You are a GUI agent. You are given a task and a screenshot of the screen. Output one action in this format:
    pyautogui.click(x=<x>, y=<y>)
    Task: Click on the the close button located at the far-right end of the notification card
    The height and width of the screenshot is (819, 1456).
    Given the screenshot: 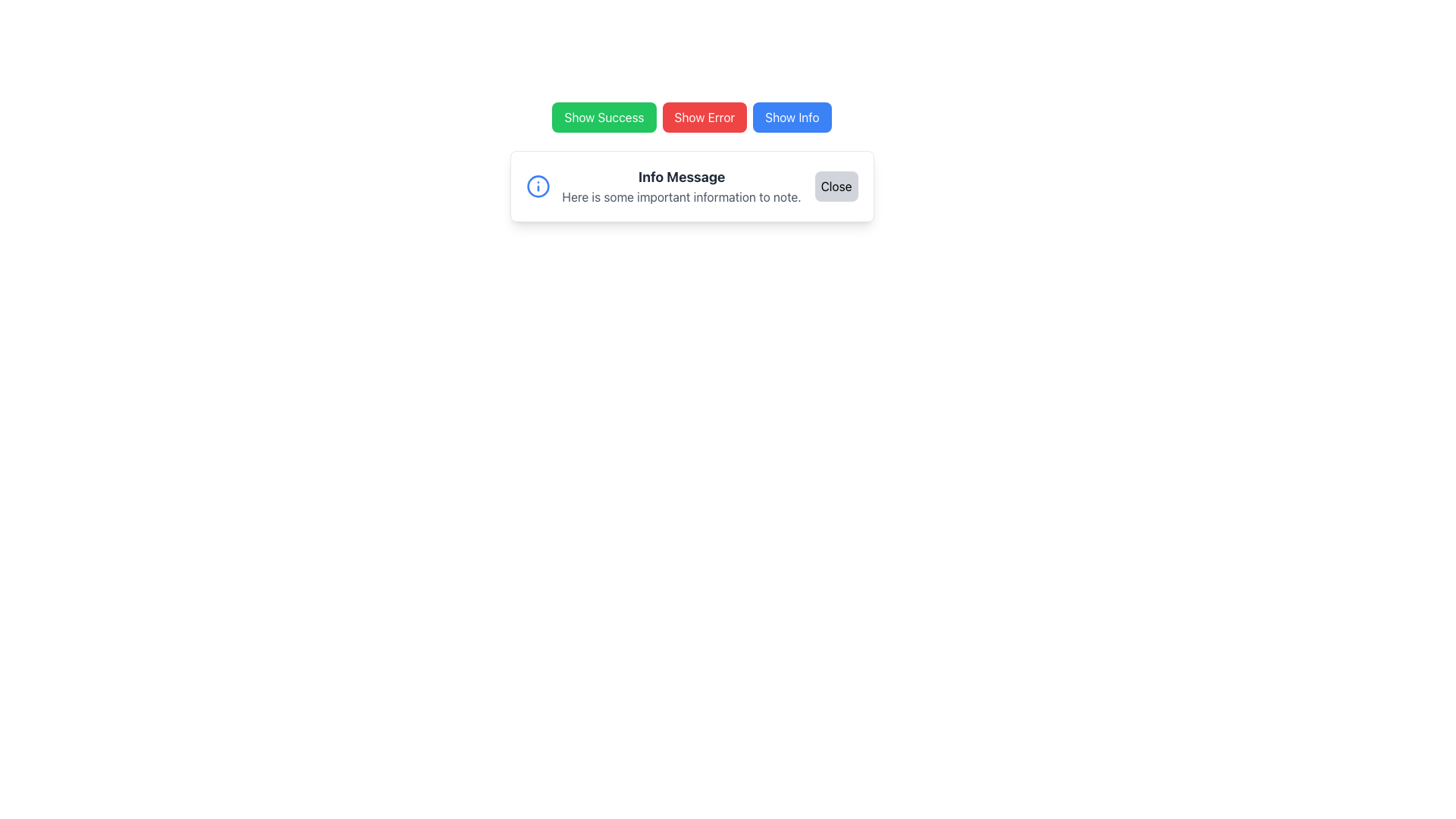 What is the action you would take?
    pyautogui.click(x=836, y=186)
    